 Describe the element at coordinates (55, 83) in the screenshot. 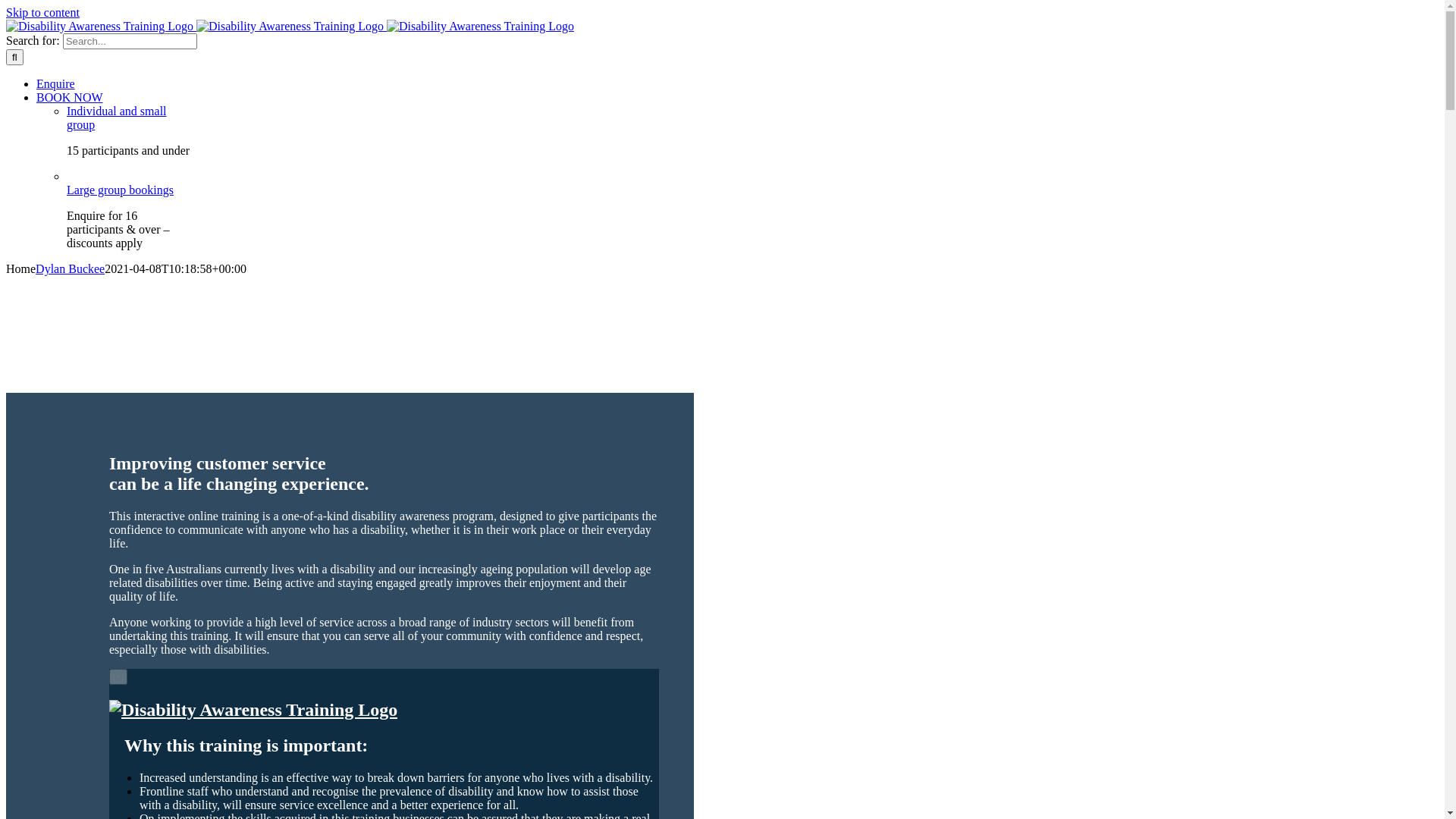

I see `'Enquire'` at that location.